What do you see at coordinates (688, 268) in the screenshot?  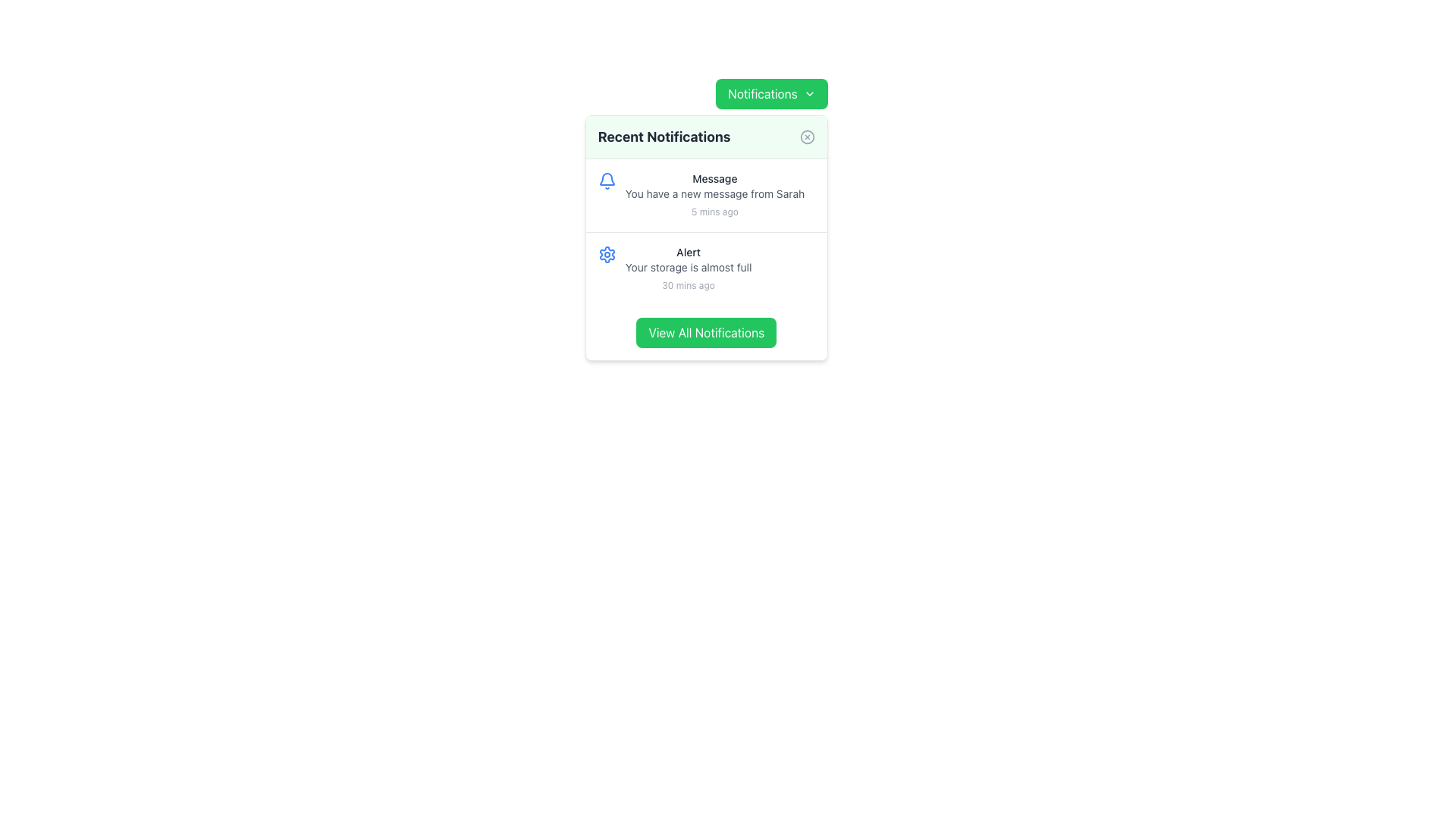 I see `the notification entry titled 'Alert' with the message 'Your storage is almost full'` at bounding box center [688, 268].